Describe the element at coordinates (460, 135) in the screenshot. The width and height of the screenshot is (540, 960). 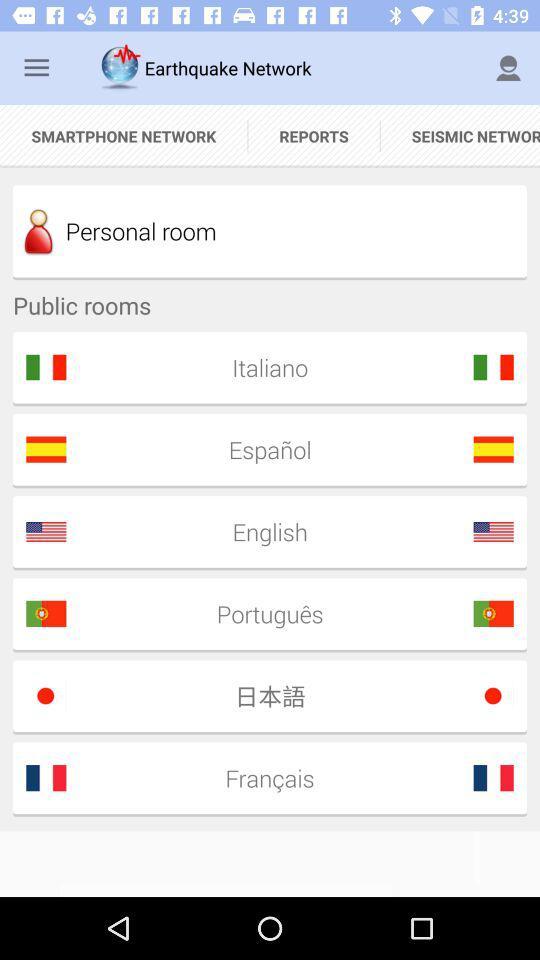
I see `seismic networks` at that location.